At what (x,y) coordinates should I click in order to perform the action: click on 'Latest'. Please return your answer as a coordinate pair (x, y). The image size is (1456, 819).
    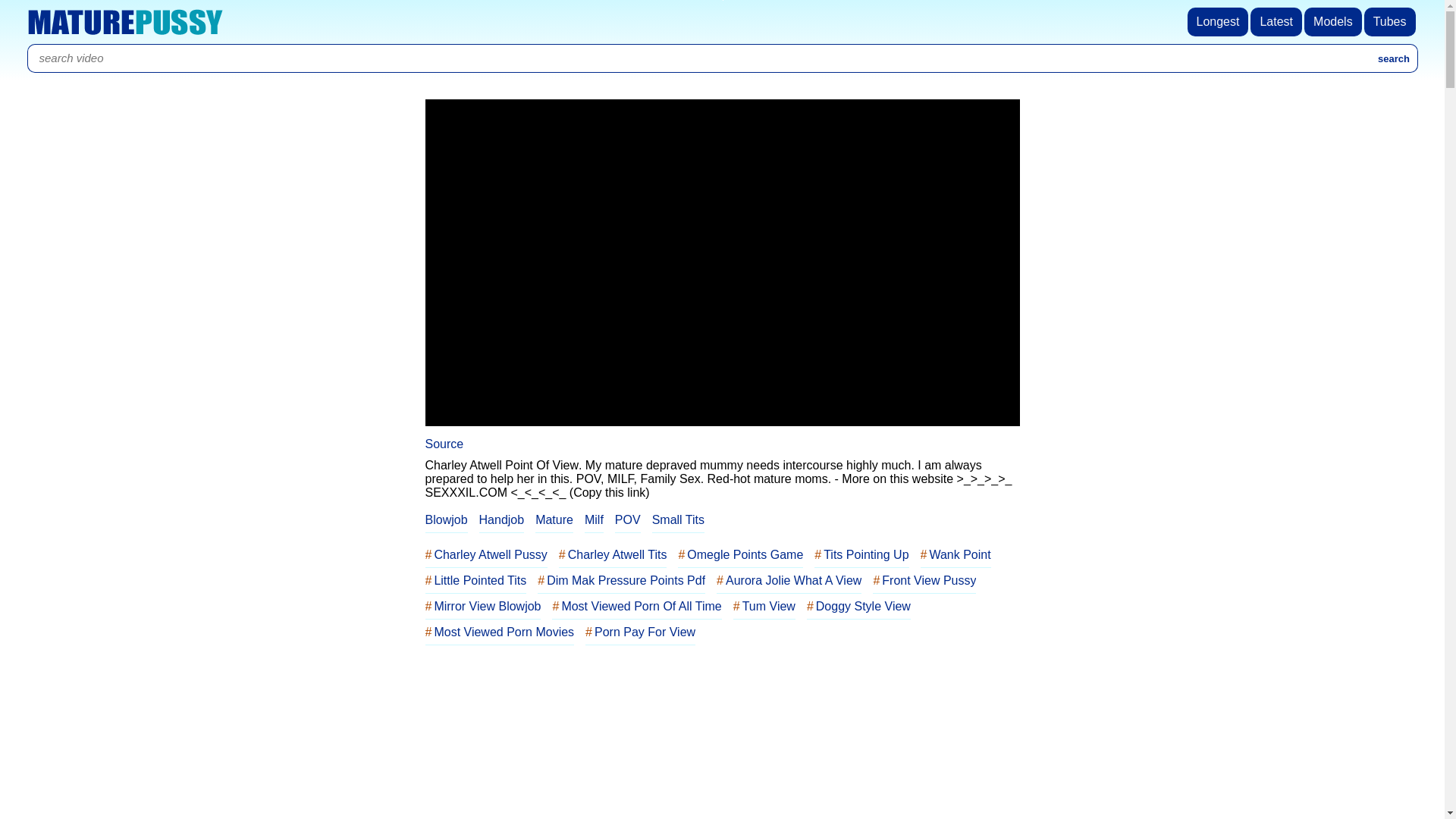
    Looking at the image, I should click on (1250, 22).